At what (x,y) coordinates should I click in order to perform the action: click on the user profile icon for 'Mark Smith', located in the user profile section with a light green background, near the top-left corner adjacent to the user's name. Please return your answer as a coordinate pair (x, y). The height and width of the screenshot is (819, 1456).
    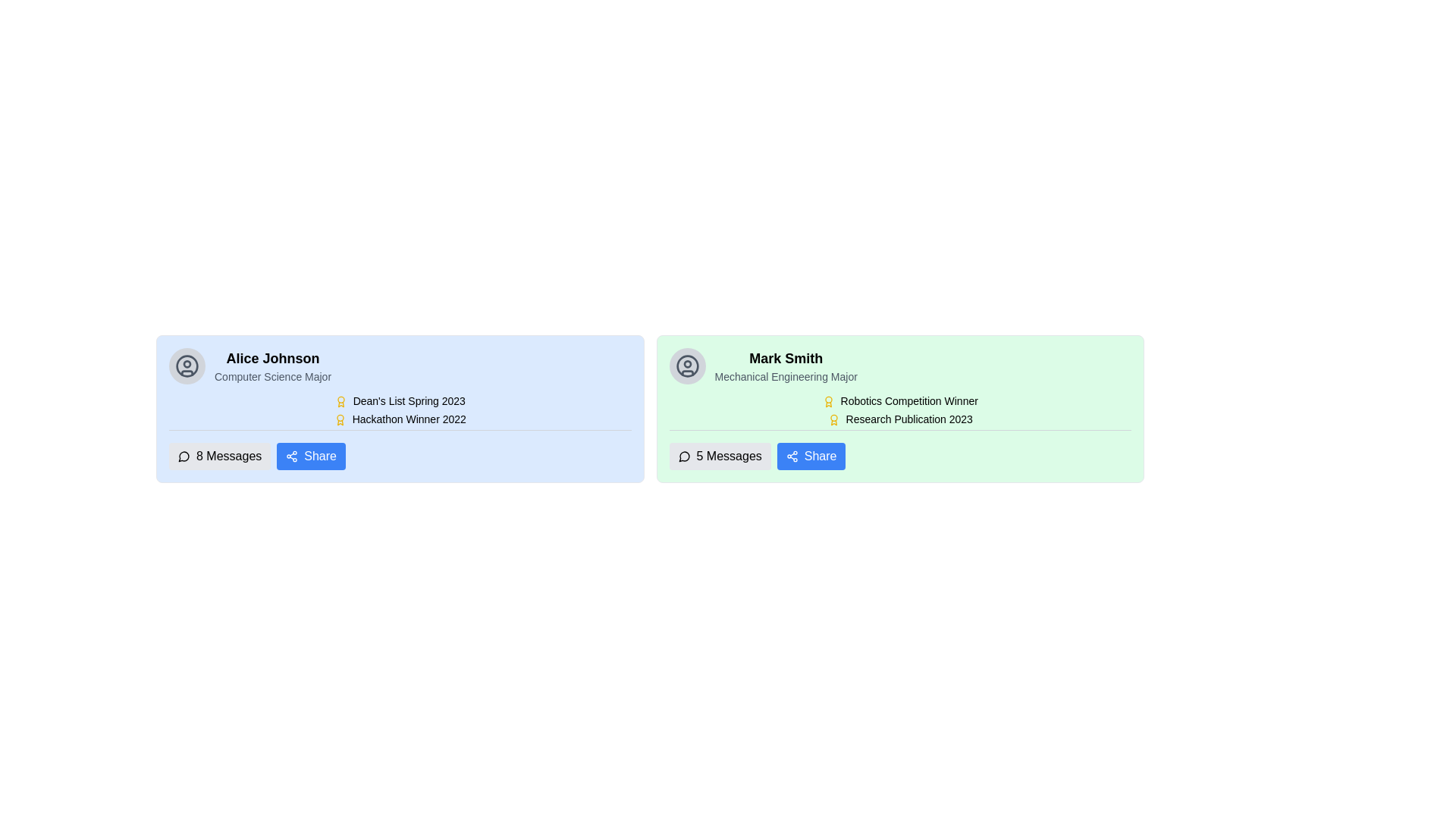
    Looking at the image, I should click on (686, 366).